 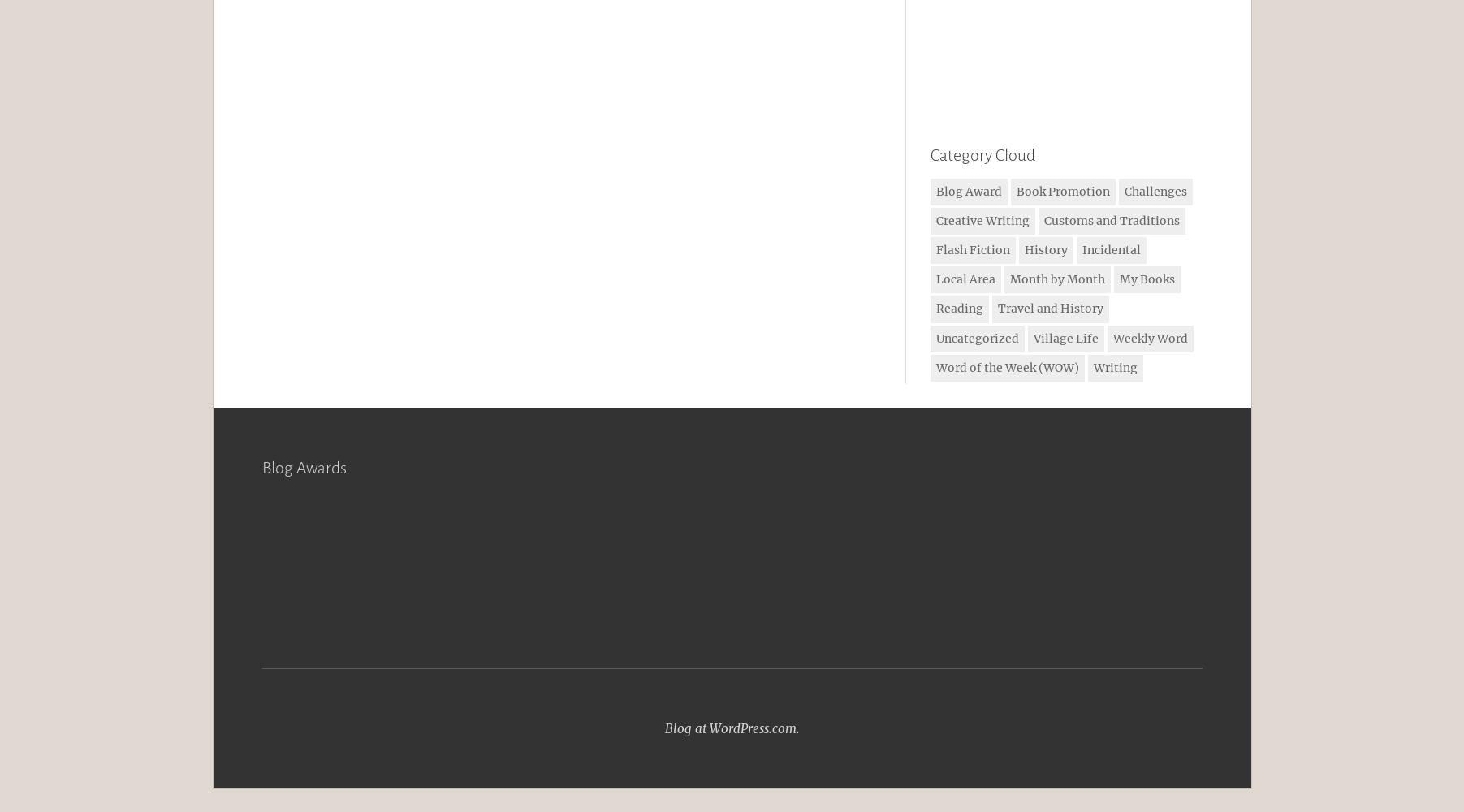 What do you see at coordinates (1006, 366) in the screenshot?
I see `'Word of the Week (WOW)'` at bounding box center [1006, 366].